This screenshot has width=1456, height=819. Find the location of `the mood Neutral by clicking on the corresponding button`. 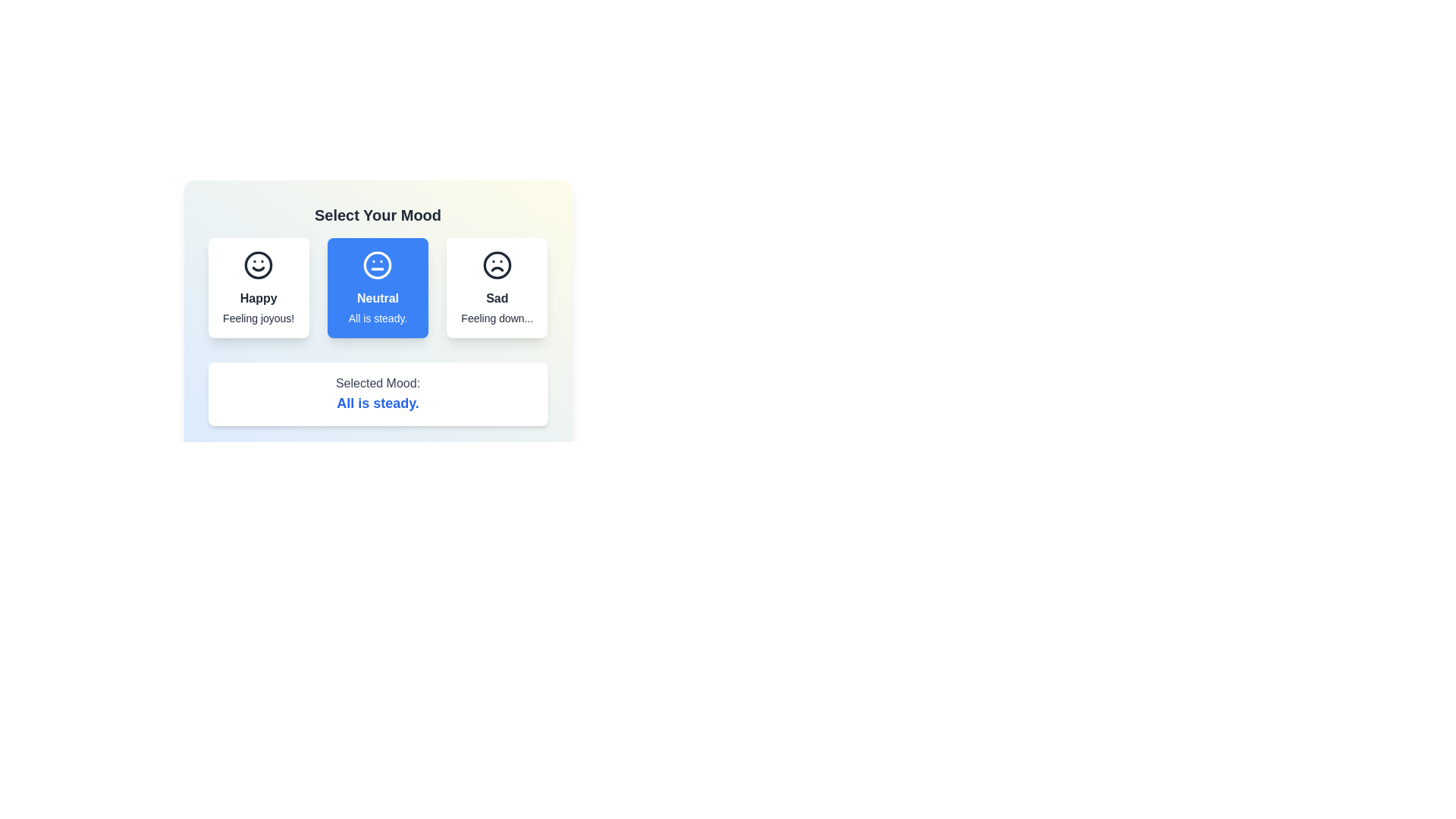

the mood Neutral by clicking on the corresponding button is located at coordinates (378, 288).